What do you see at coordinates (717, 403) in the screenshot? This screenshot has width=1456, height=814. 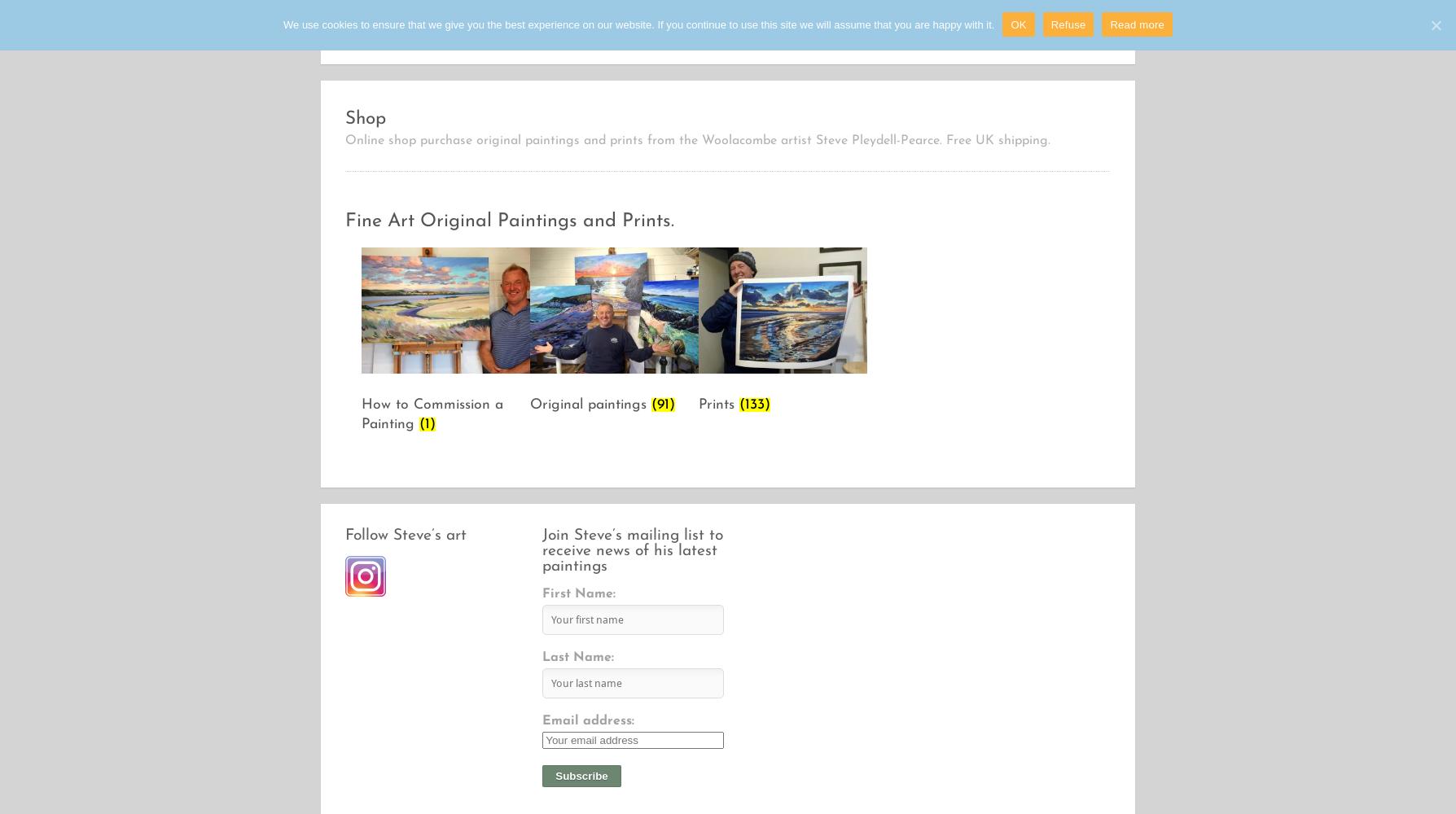 I see `'Prints'` at bounding box center [717, 403].